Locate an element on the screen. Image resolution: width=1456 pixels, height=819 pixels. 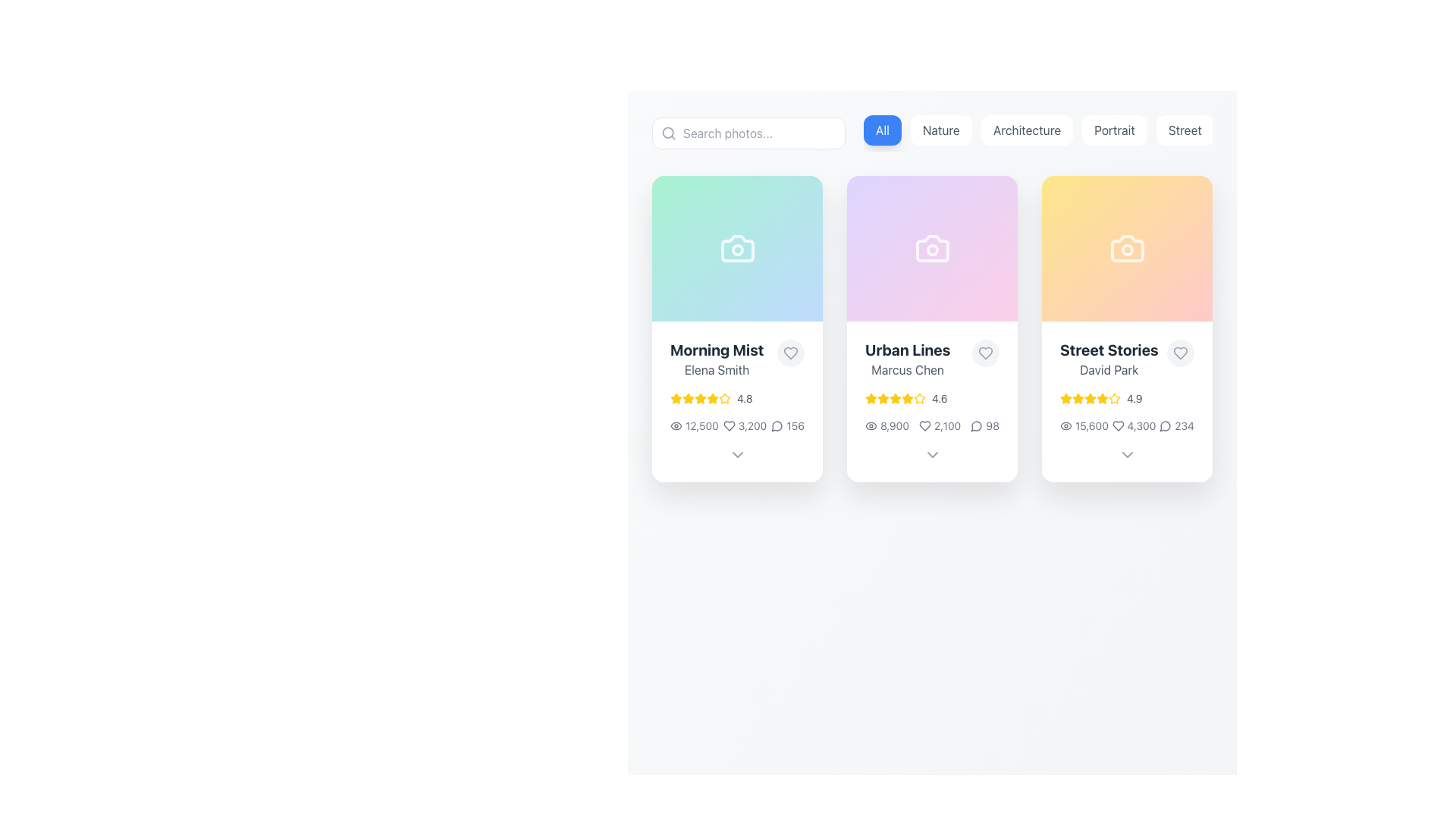
the third star icon from the left in the rating section of the 'Street Stories' card by David Park to interact with the rating is located at coordinates (1077, 397).